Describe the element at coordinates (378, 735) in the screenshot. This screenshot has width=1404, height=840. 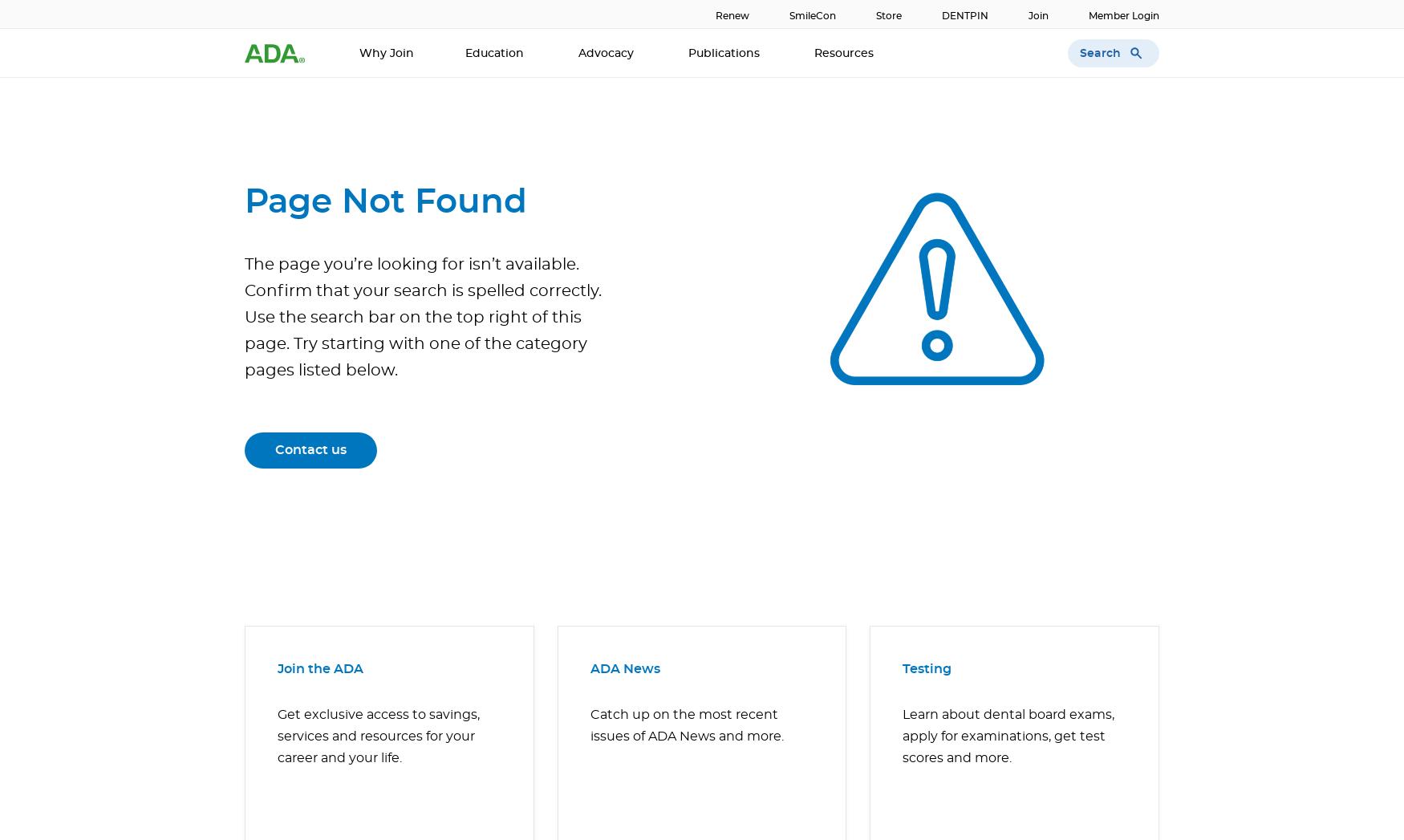
I see `'Get exclusive access to savings, services and resources for your career and your life.'` at that location.